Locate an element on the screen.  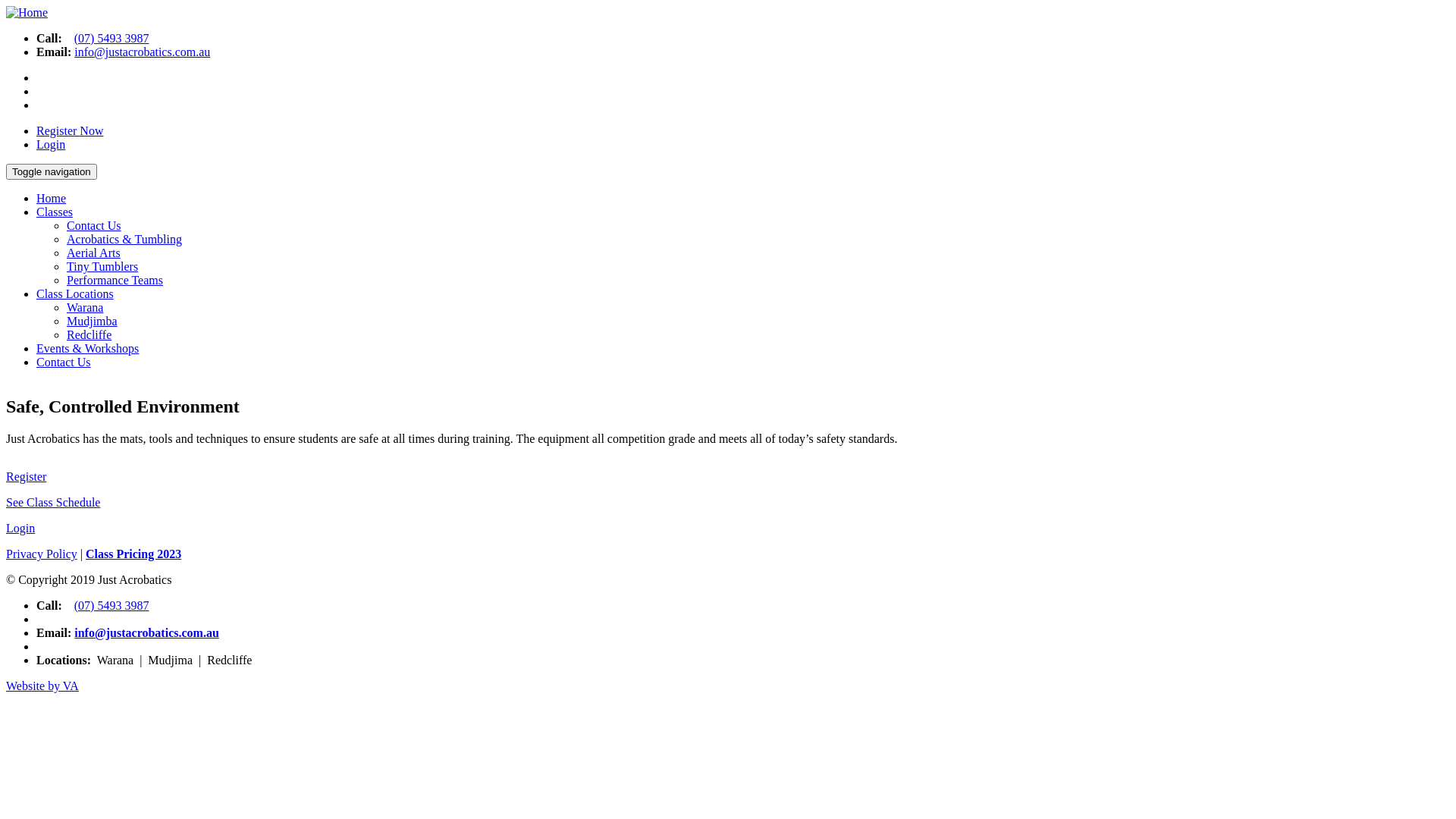
'Contact Us' is located at coordinates (93, 225).